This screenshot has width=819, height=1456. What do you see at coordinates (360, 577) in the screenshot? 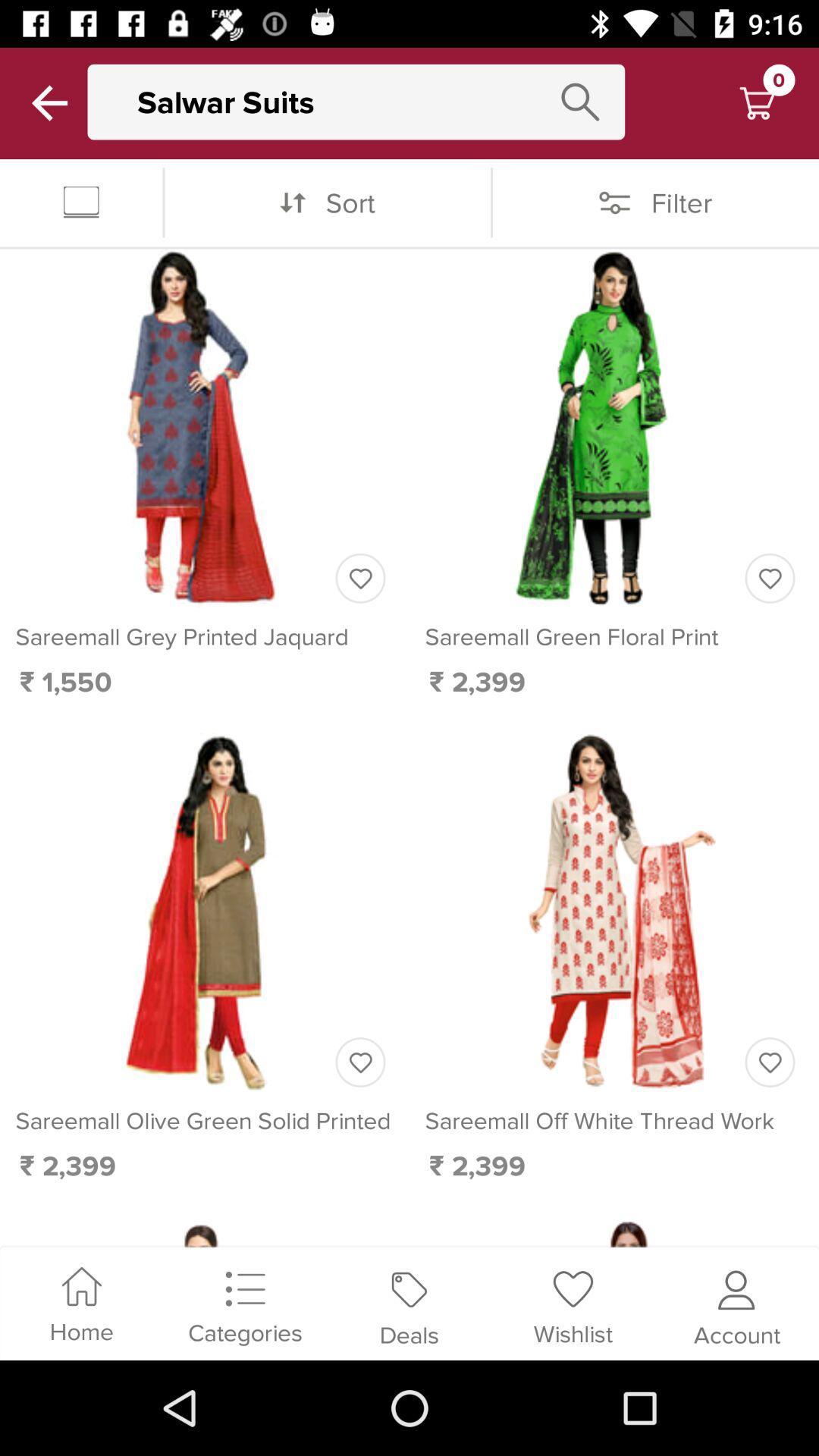
I see `like` at bounding box center [360, 577].